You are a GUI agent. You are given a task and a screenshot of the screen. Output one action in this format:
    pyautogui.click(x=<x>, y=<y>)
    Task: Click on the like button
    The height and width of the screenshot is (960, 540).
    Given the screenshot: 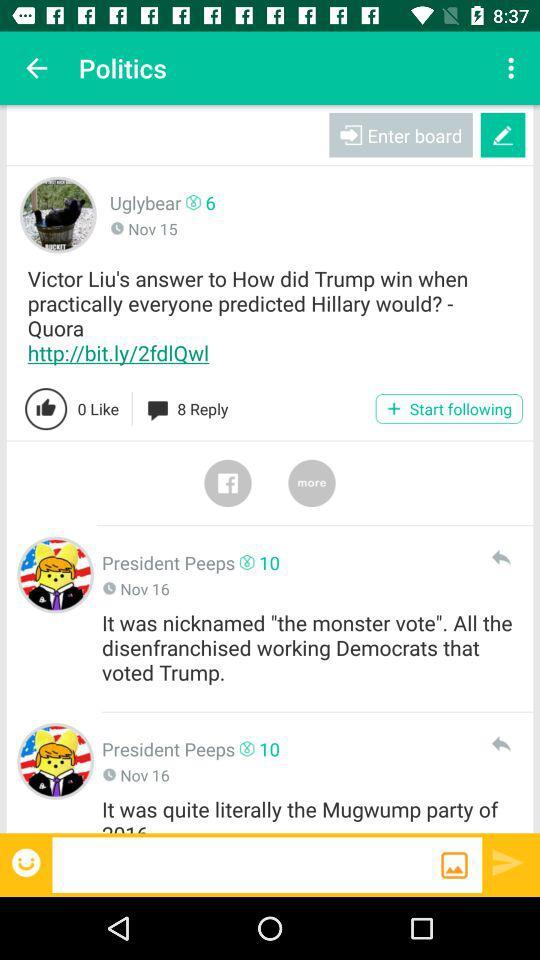 What is the action you would take?
    pyautogui.click(x=46, y=408)
    